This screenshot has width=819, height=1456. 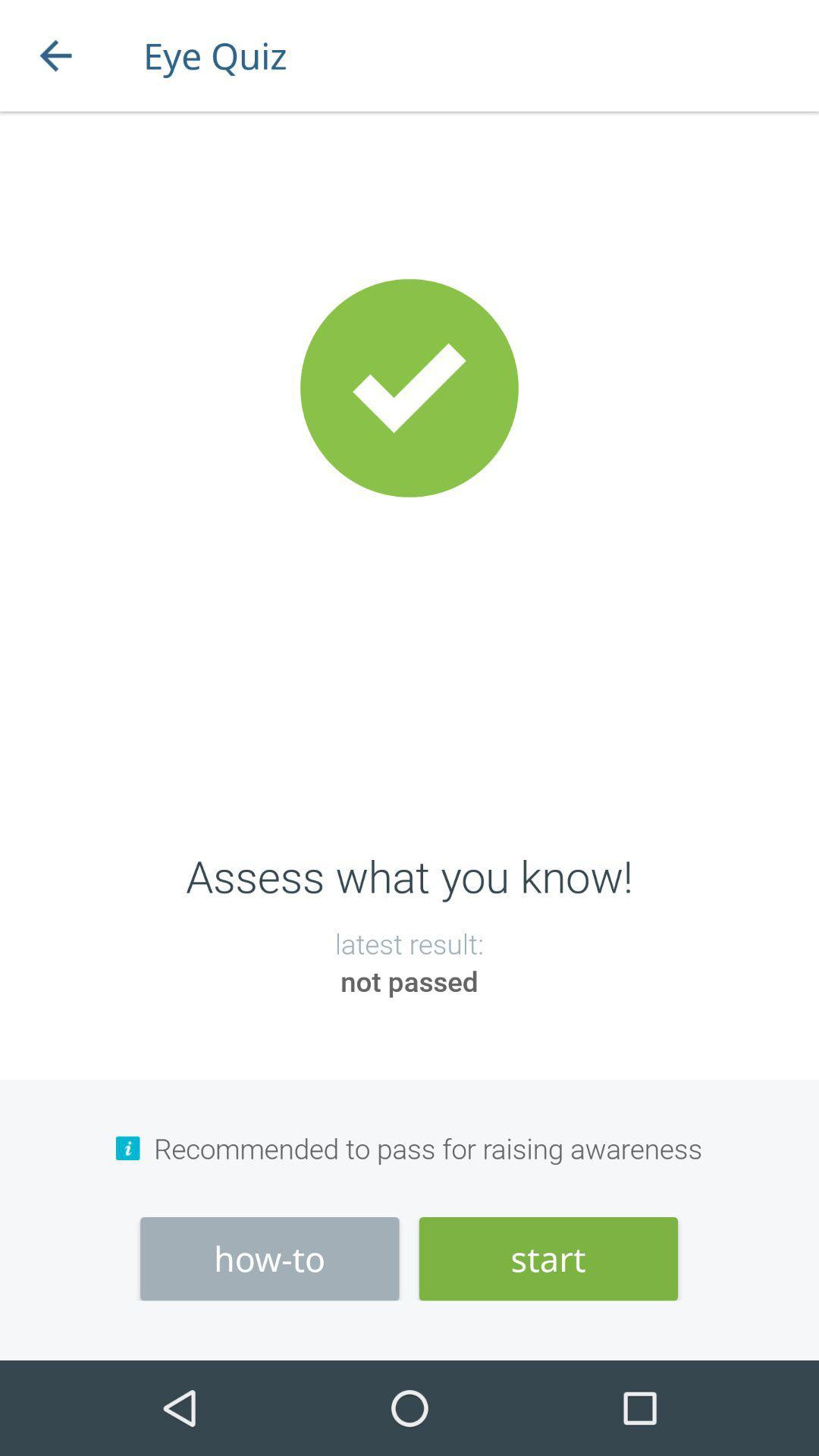 I want to click on the how-to, so click(x=268, y=1259).